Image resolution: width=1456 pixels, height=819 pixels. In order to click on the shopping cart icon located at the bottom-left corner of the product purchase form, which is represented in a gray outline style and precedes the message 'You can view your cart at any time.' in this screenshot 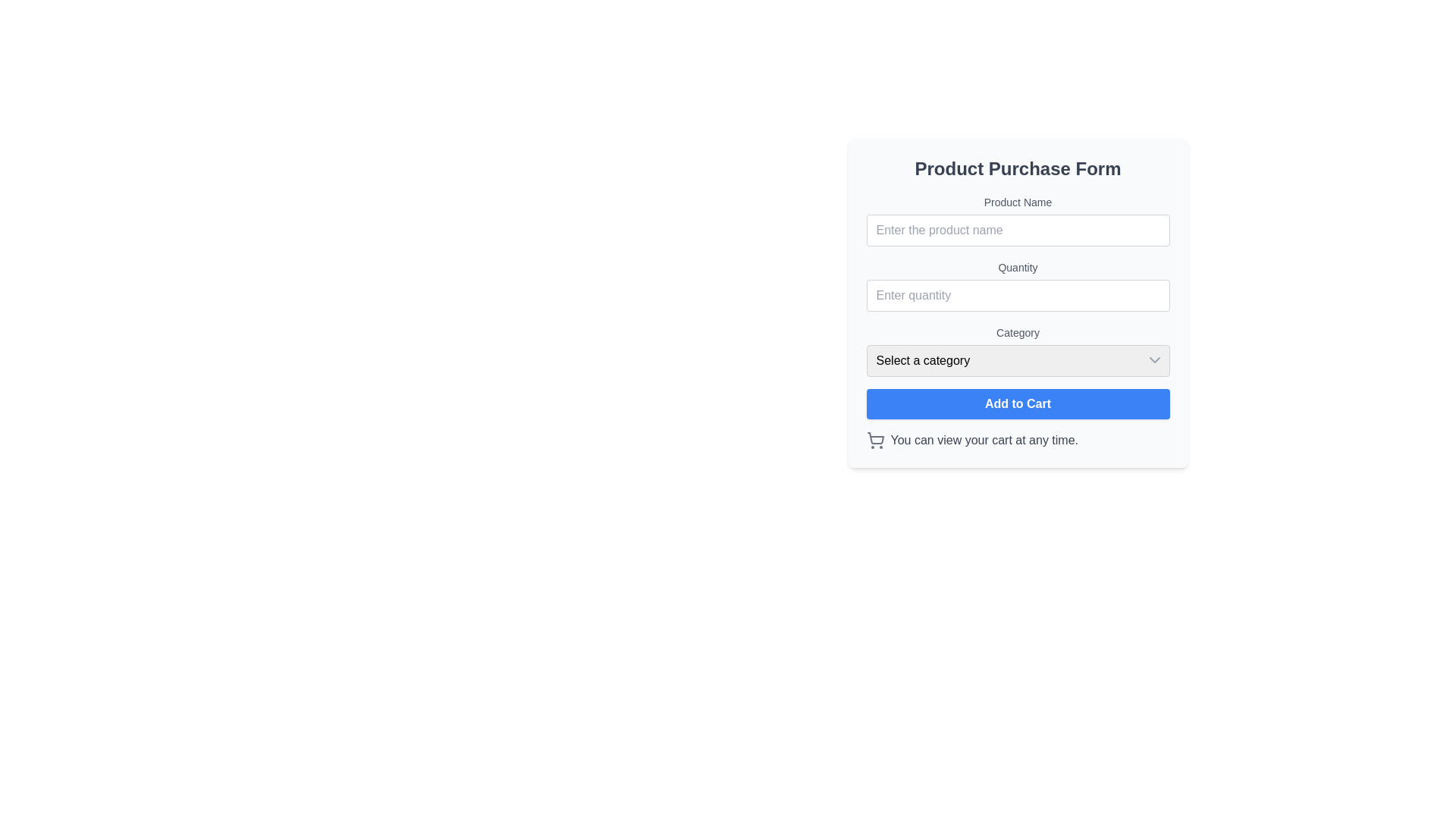, I will do `click(875, 441)`.